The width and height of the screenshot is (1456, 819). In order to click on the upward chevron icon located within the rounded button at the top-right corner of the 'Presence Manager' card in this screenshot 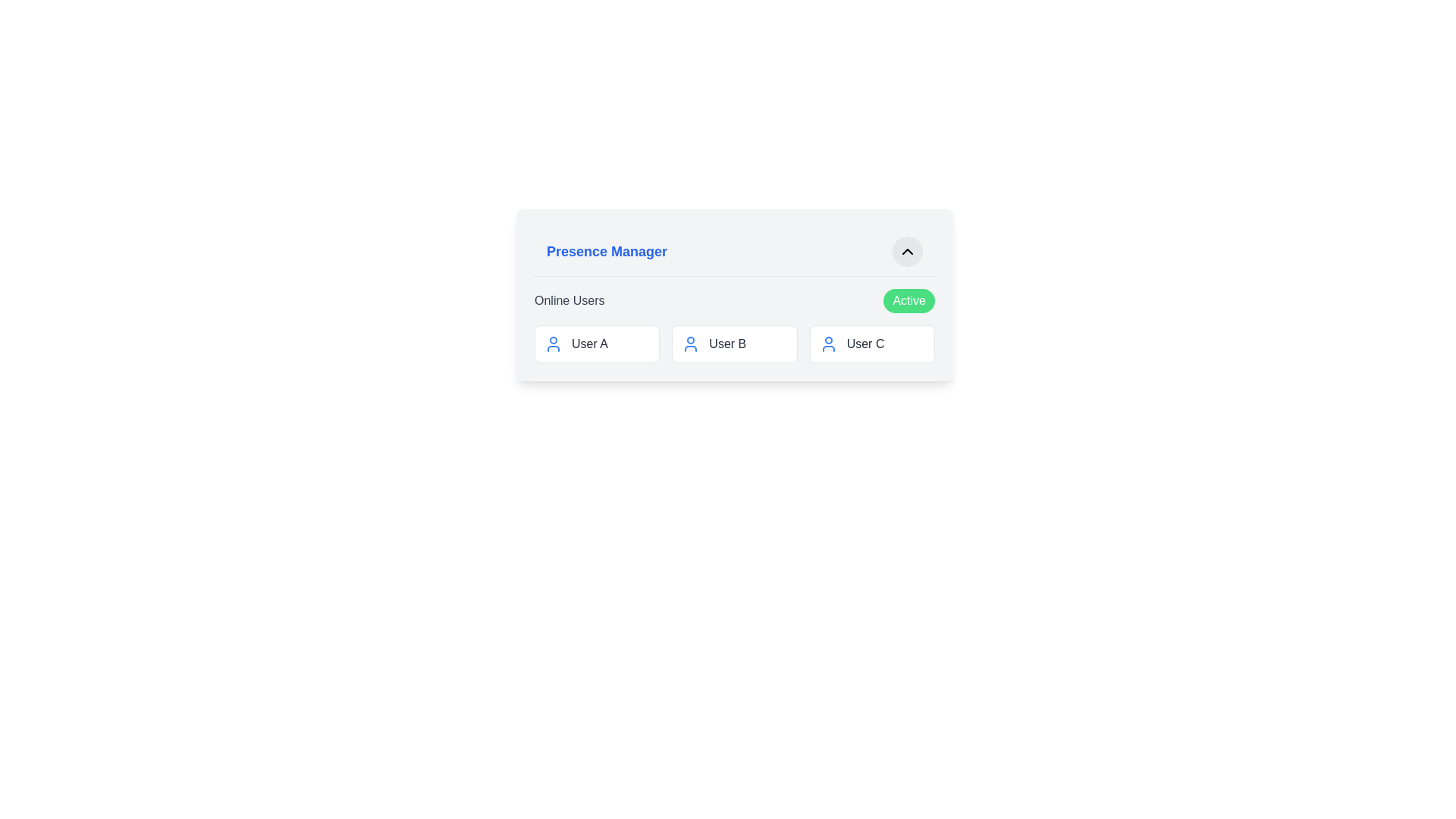, I will do `click(907, 250)`.